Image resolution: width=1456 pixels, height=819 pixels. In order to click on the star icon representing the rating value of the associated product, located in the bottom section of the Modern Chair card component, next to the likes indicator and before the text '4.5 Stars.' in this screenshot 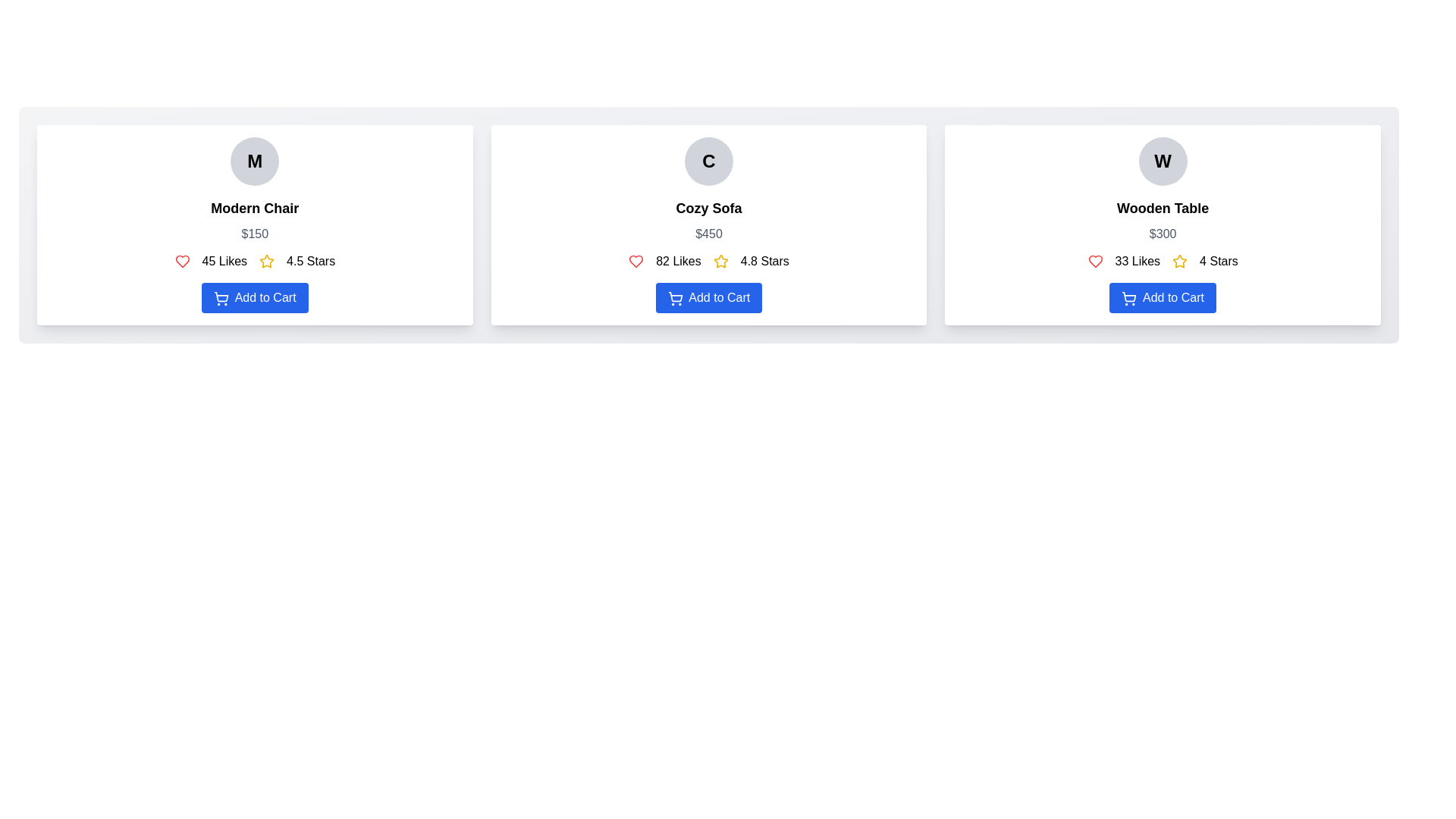, I will do `click(267, 260)`.